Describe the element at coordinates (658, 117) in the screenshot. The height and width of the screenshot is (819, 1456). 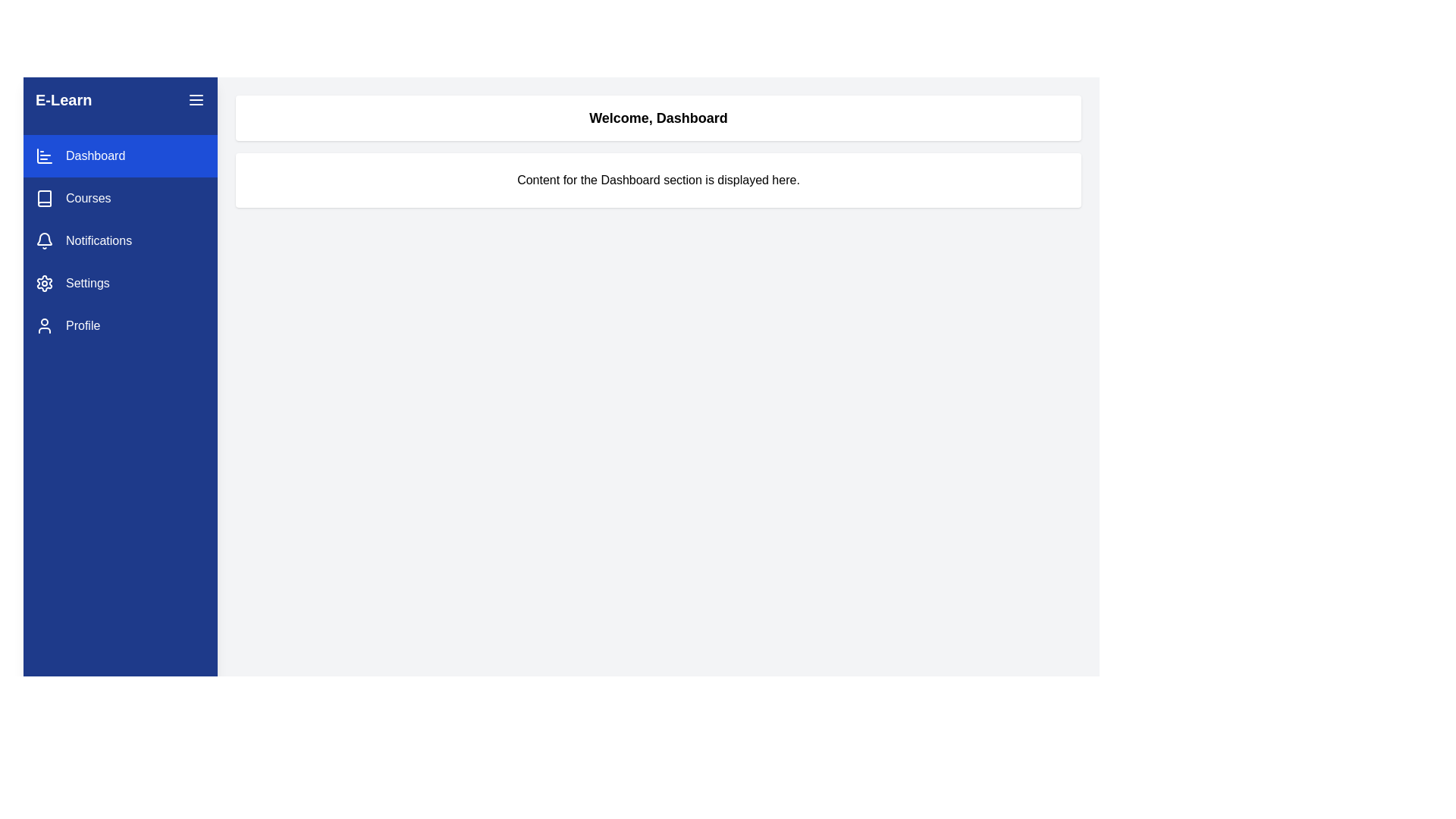
I see `the static text label that serves as a header welcoming the user to the dashboard section of the application` at that location.